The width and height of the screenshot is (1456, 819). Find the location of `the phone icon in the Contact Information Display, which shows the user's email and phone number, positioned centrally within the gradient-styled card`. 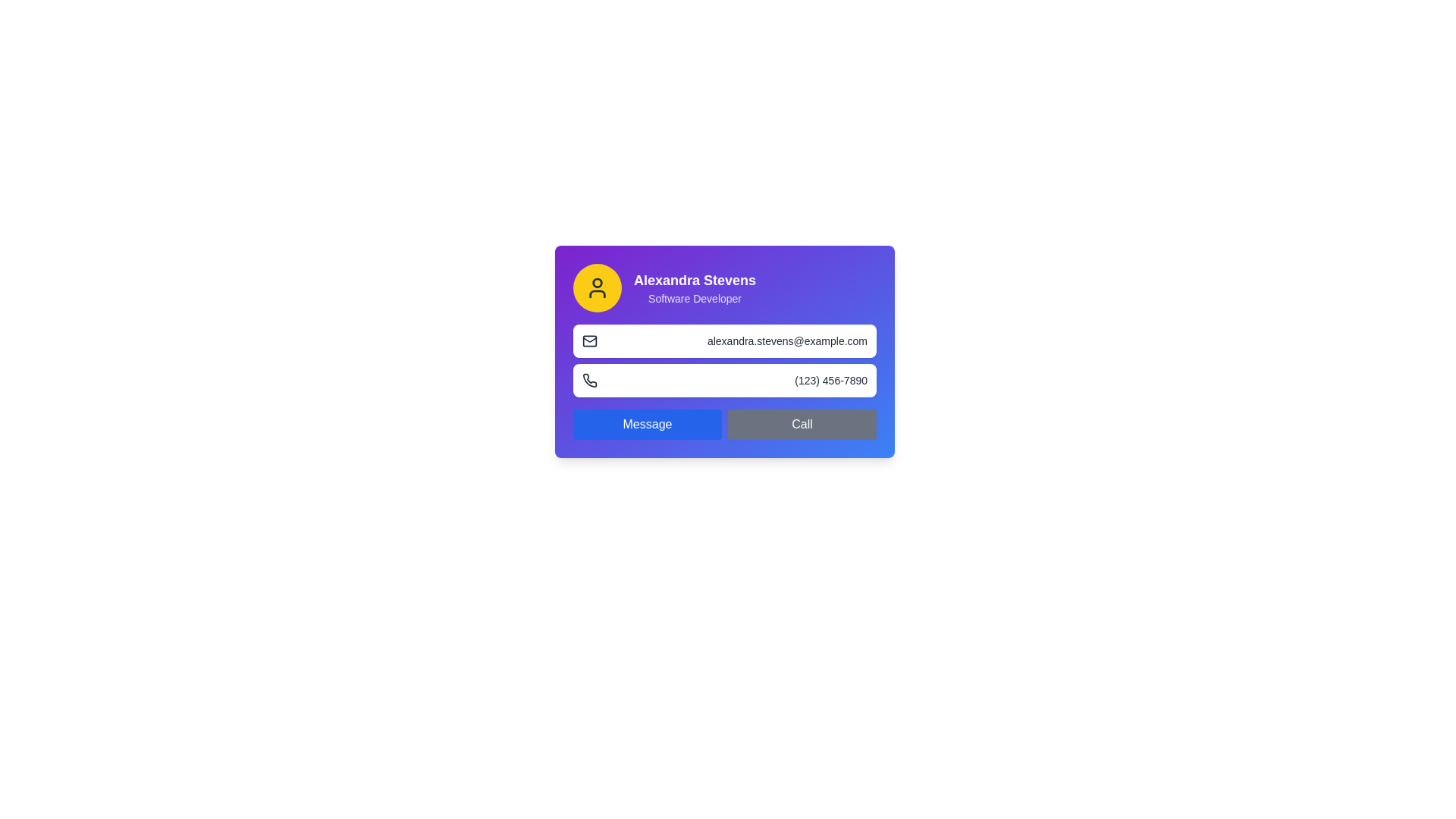

the phone icon in the Contact Information Display, which shows the user's email and phone number, positioned centrally within the gradient-styled card is located at coordinates (723, 360).